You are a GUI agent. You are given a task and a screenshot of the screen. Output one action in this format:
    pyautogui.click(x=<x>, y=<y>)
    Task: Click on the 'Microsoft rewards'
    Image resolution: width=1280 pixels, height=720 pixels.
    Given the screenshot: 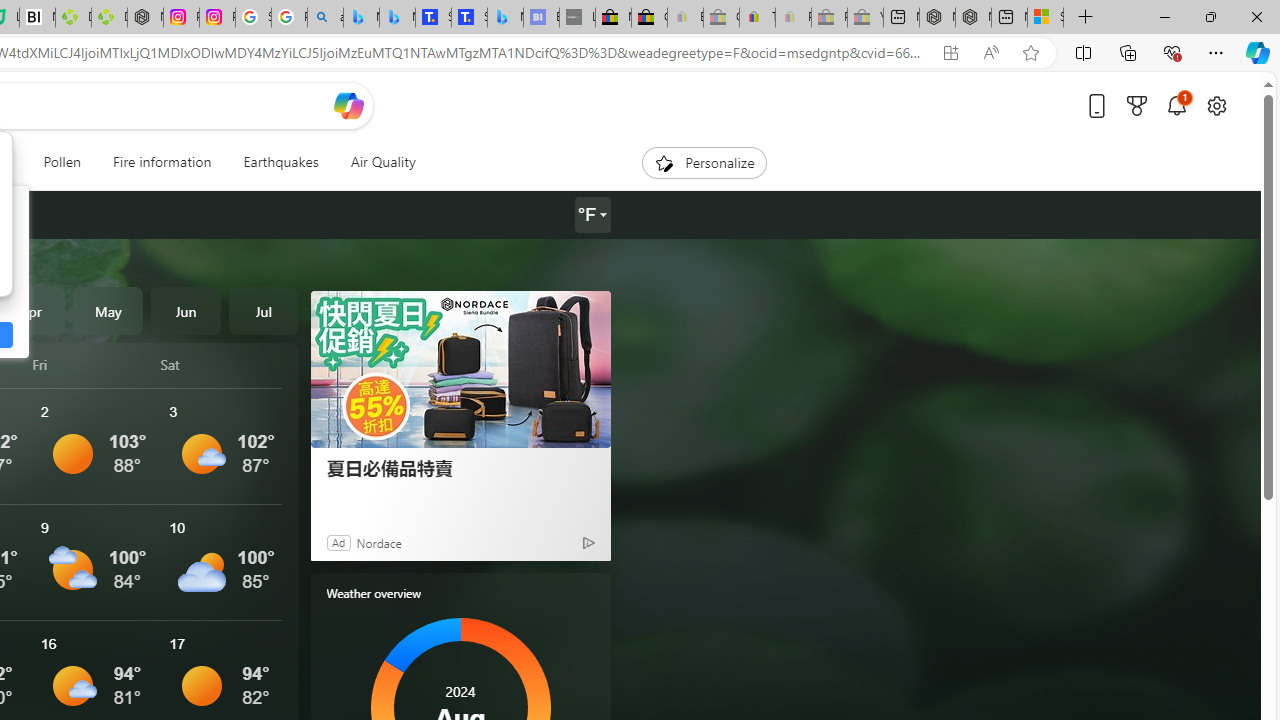 What is the action you would take?
    pyautogui.click(x=1137, y=105)
    